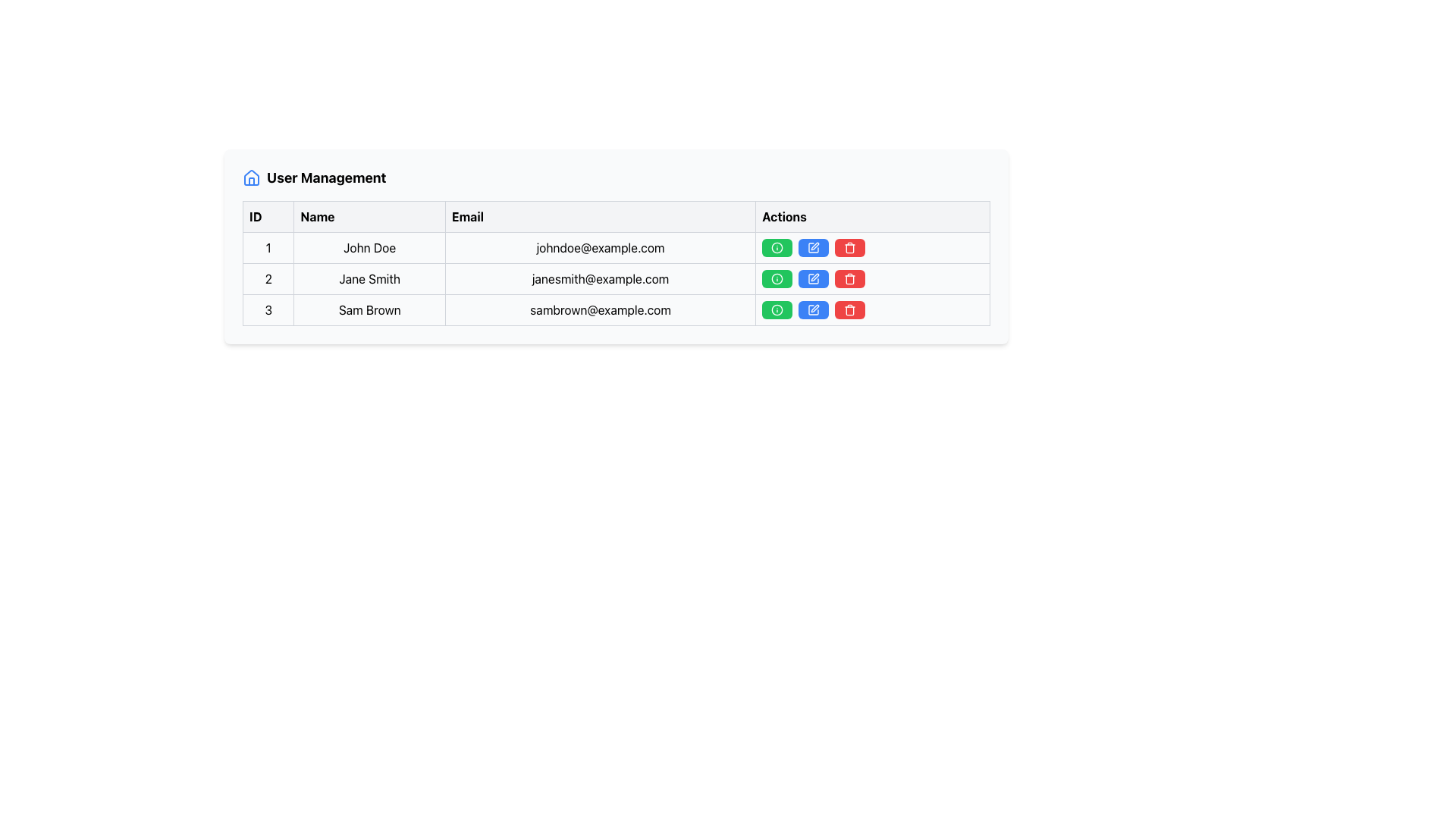 The height and width of the screenshot is (819, 1456). Describe the element at coordinates (850, 310) in the screenshot. I see `the trash can icon located in the 'Actions' column of the table, specifically in the third row for the user 'Sam Brown'. This icon represents a delete action` at that location.